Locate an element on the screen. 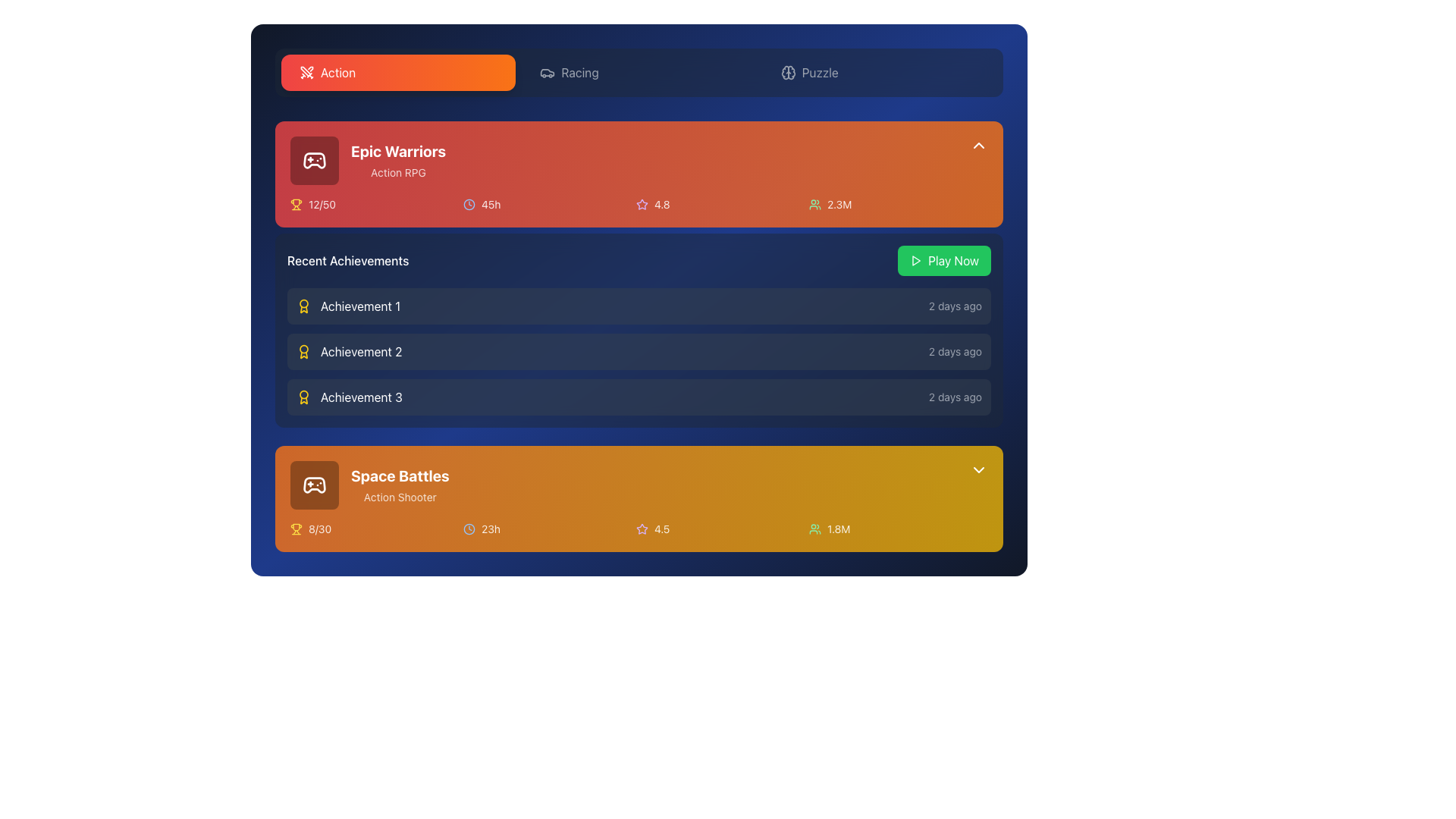 This screenshot has height=819, width=1456. Text label displaying '4.8' with an adjacent star icon, styled with a light purple hue, located in the orange game card titled 'Epic Warriors' in the metrics row is located at coordinates (716, 205).